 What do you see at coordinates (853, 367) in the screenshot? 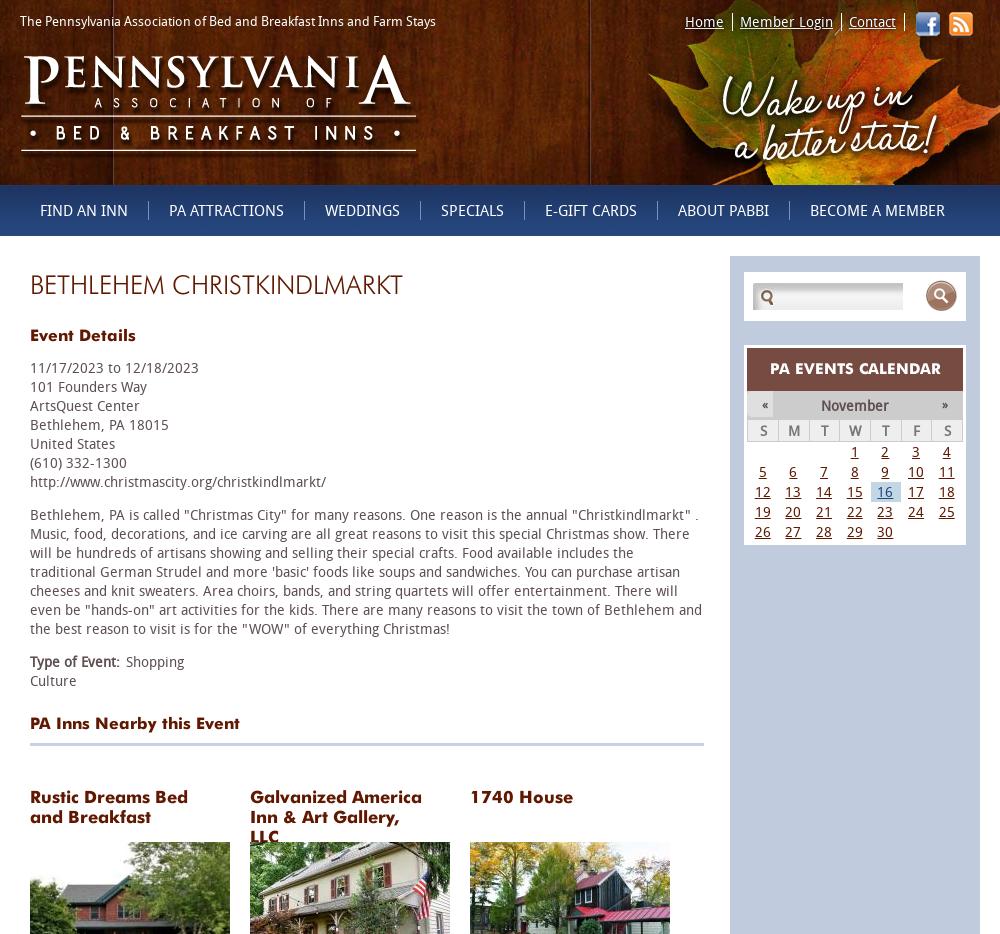
I see `'PA Events Calendar'` at bounding box center [853, 367].